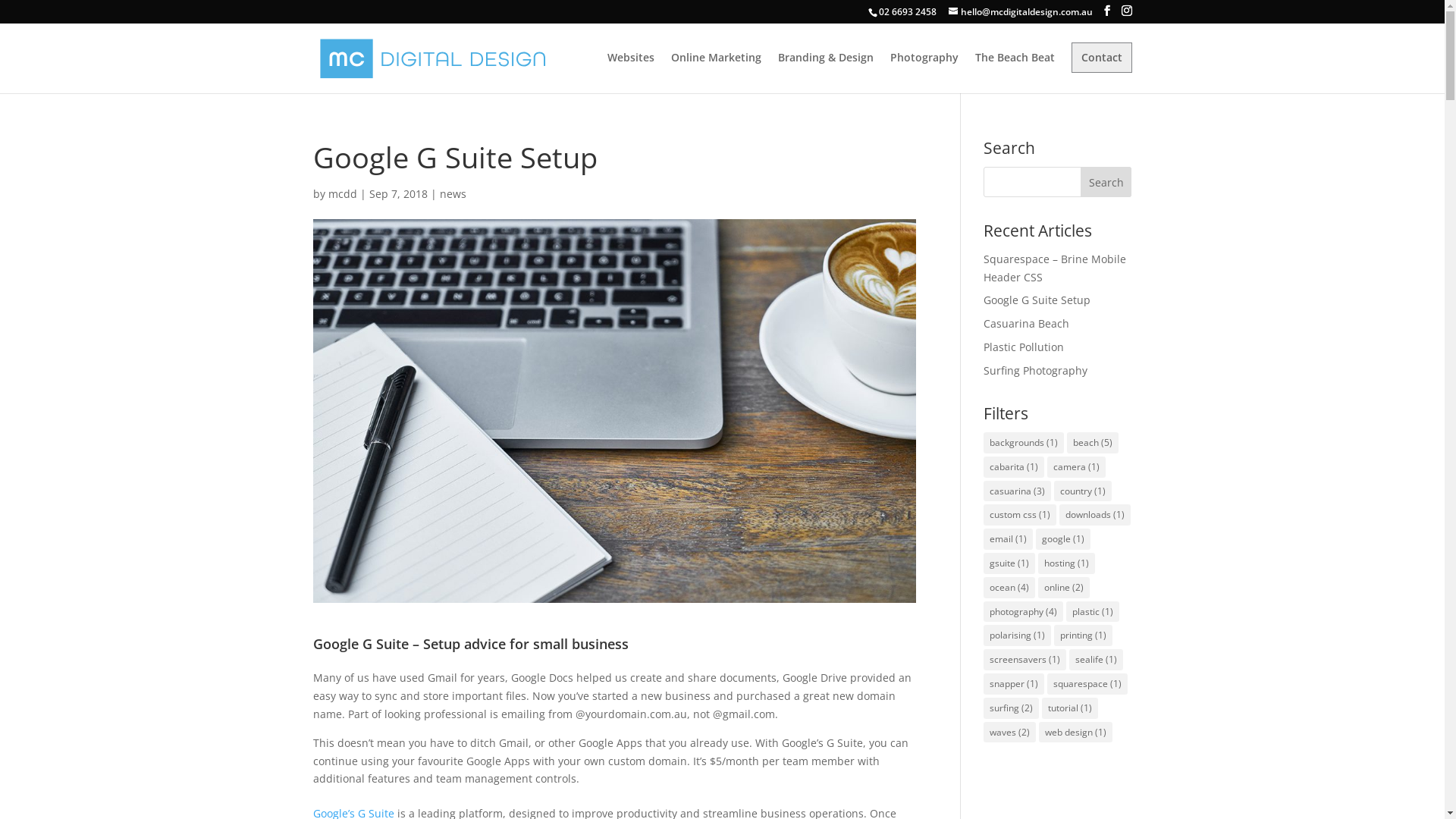 This screenshot has width=1456, height=819. What do you see at coordinates (1065, 563) in the screenshot?
I see `'hosting (1)'` at bounding box center [1065, 563].